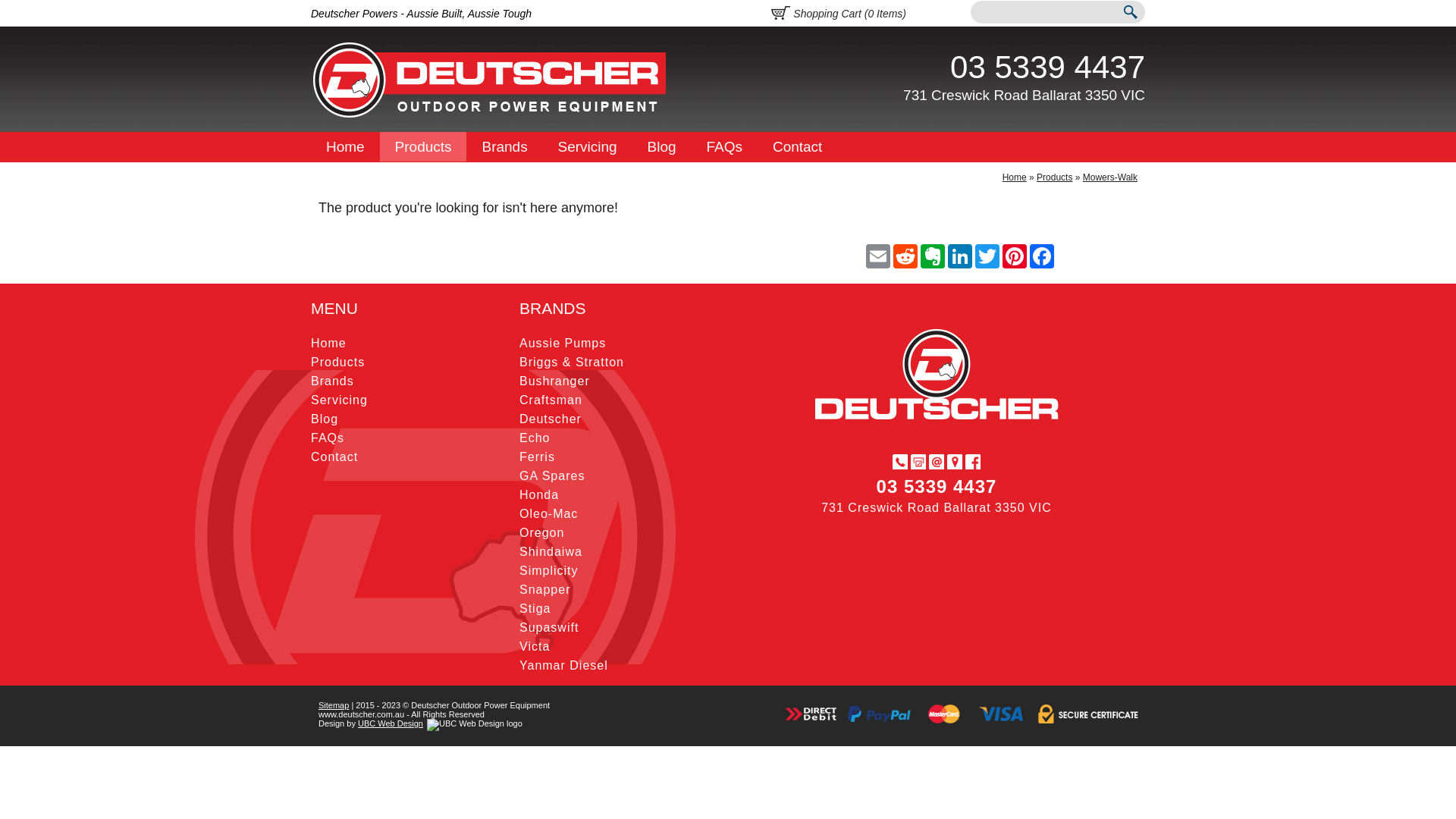  What do you see at coordinates (946, 256) in the screenshot?
I see `'LinkedIn'` at bounding box center [946, 256].